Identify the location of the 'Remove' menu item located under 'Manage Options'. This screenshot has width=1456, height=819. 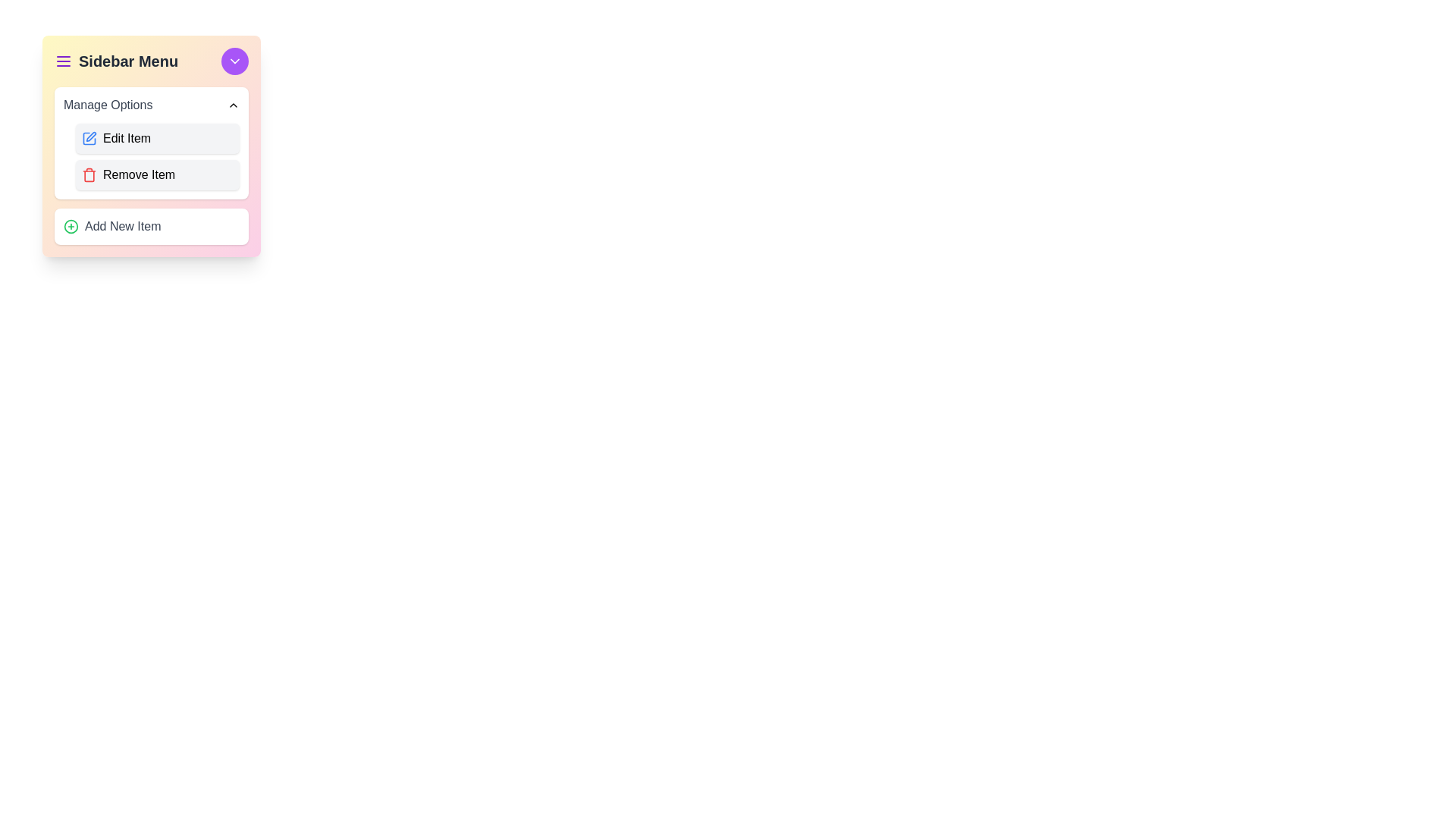
(139, 174).